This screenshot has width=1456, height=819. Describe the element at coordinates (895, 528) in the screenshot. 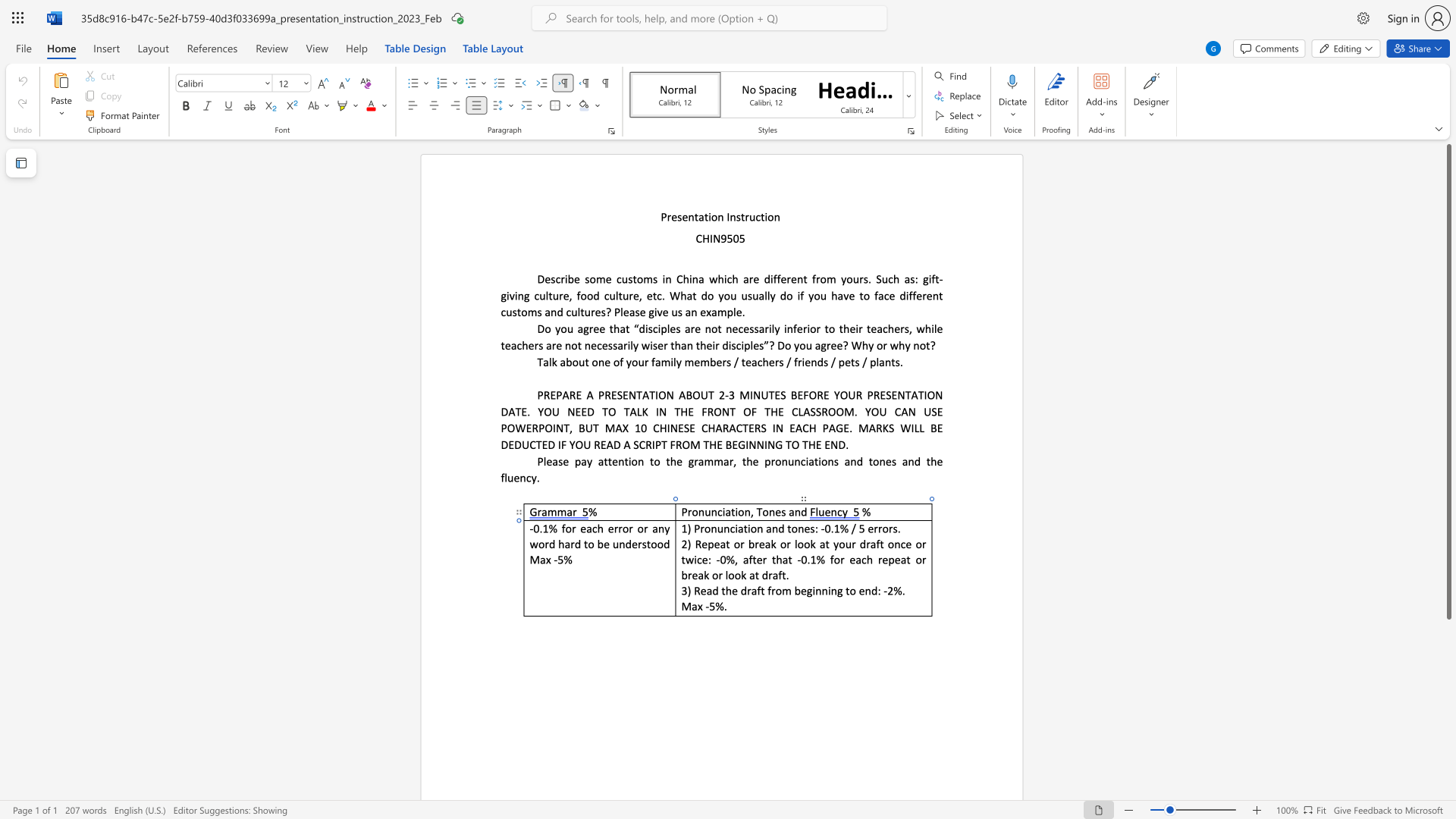

I see `the 2th character "s" in the text` at that location.